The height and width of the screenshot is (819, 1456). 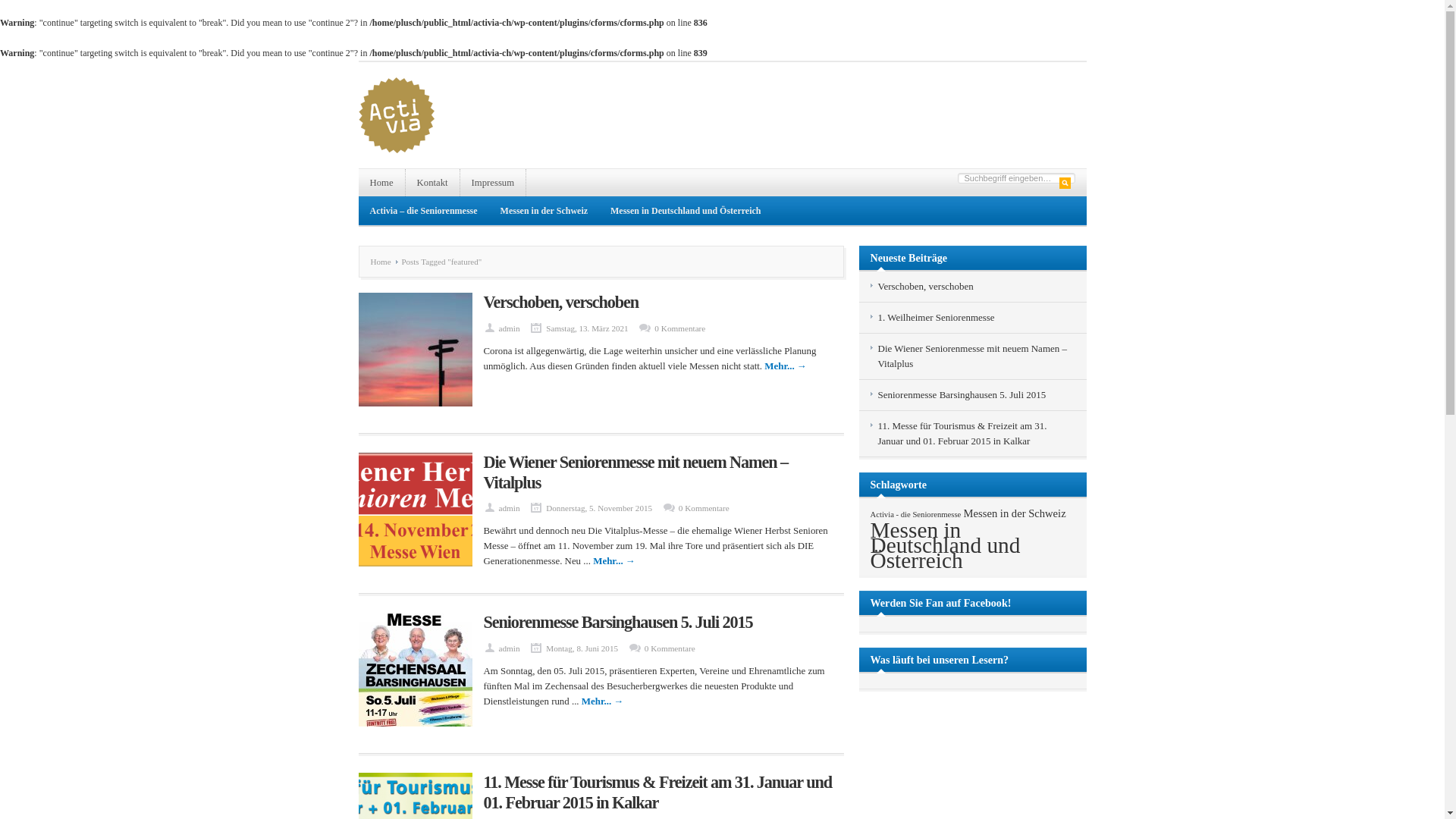 I want to click on 'Home', so click(x=384, y=260).